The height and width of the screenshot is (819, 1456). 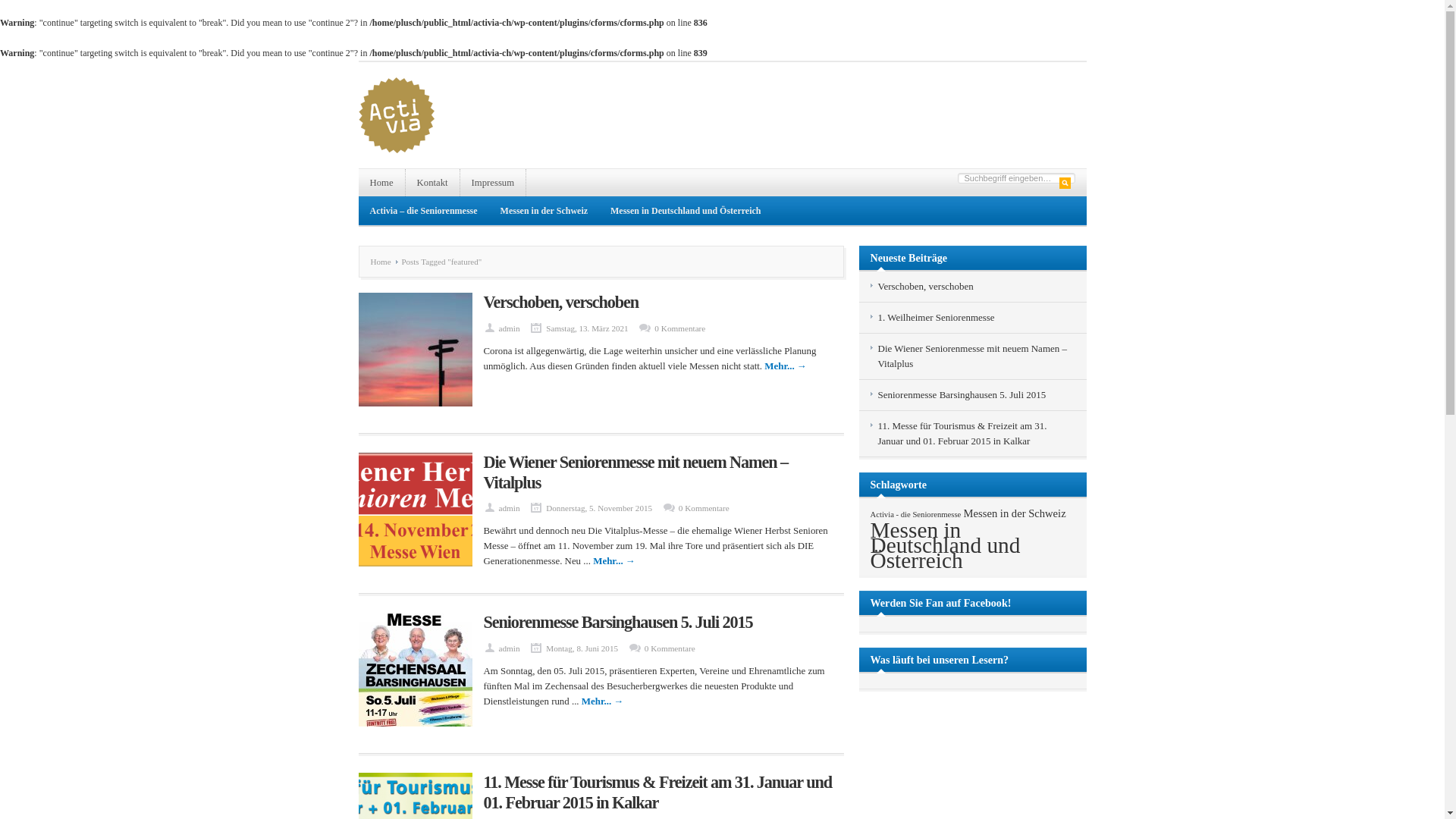 I want to click on 'Home', so click(x=384, y=260).